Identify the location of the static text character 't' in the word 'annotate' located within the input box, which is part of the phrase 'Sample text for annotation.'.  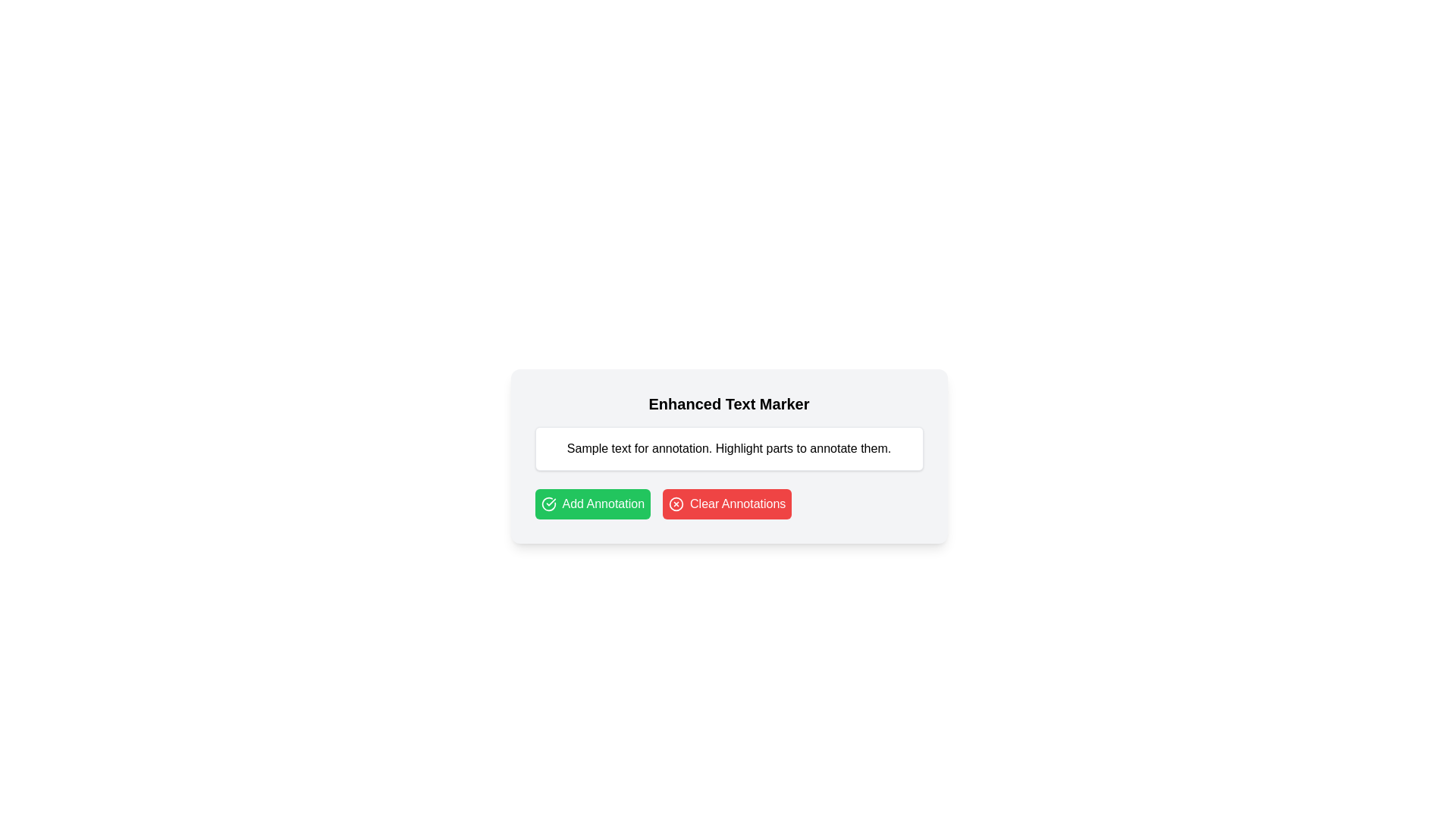
(838, 447).